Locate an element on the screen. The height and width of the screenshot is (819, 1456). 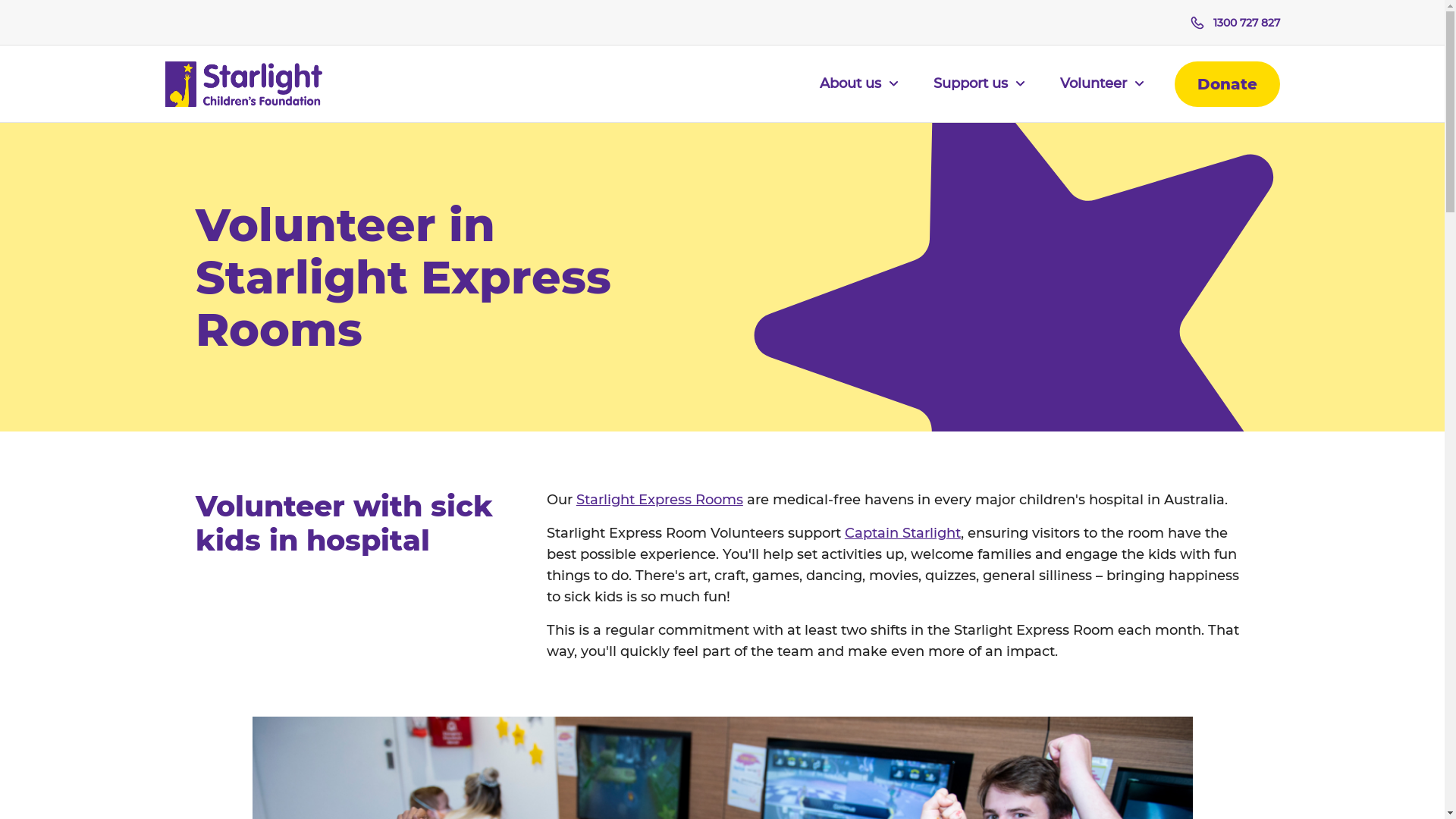
'1300 727 827' is located at coordinates (1189, 23).